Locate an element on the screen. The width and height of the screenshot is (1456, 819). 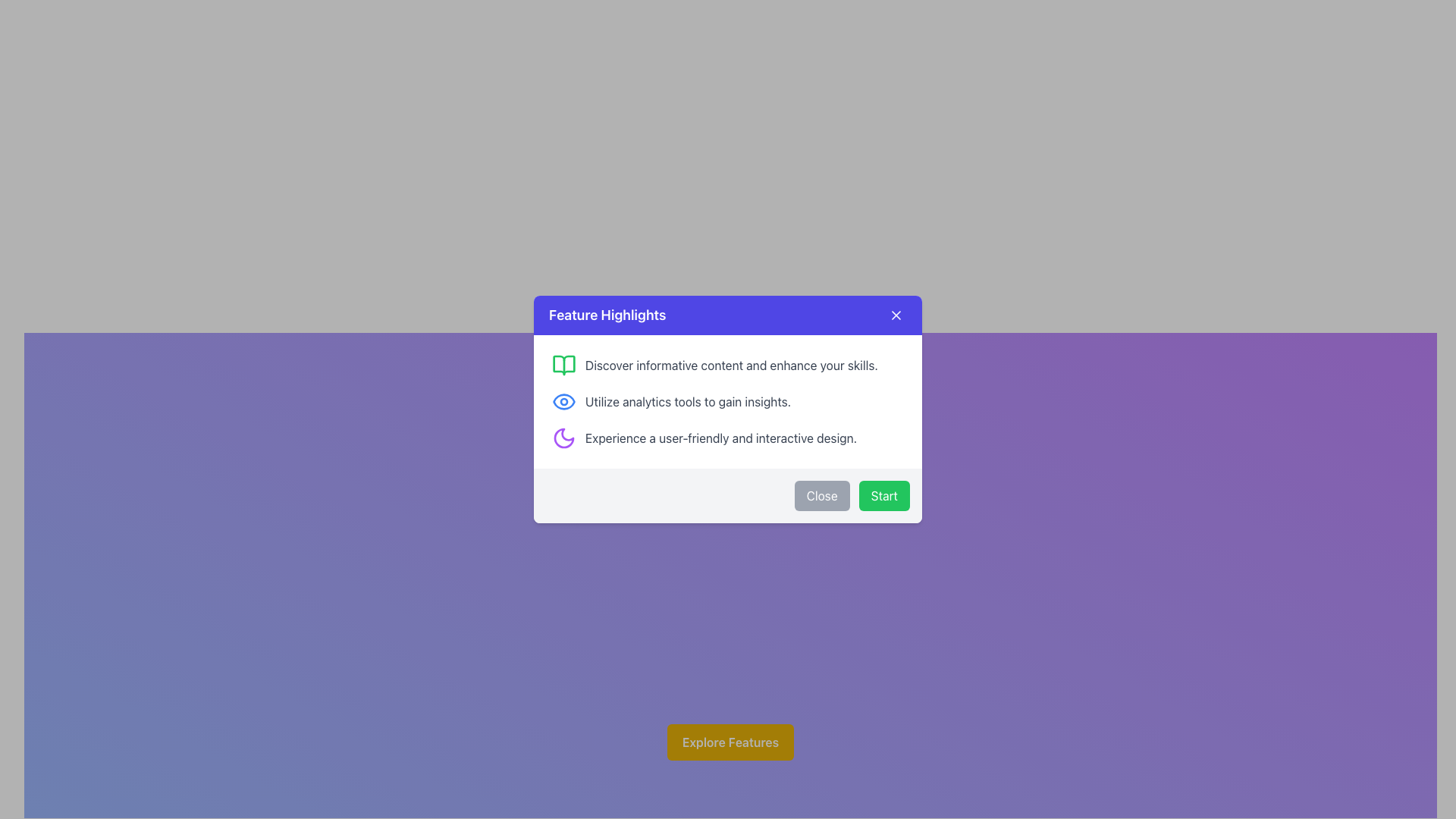
the informative text label describing a feature of the application, which is the second item in the list and is positioned under an eye icon is located at coordinates (687, 400).